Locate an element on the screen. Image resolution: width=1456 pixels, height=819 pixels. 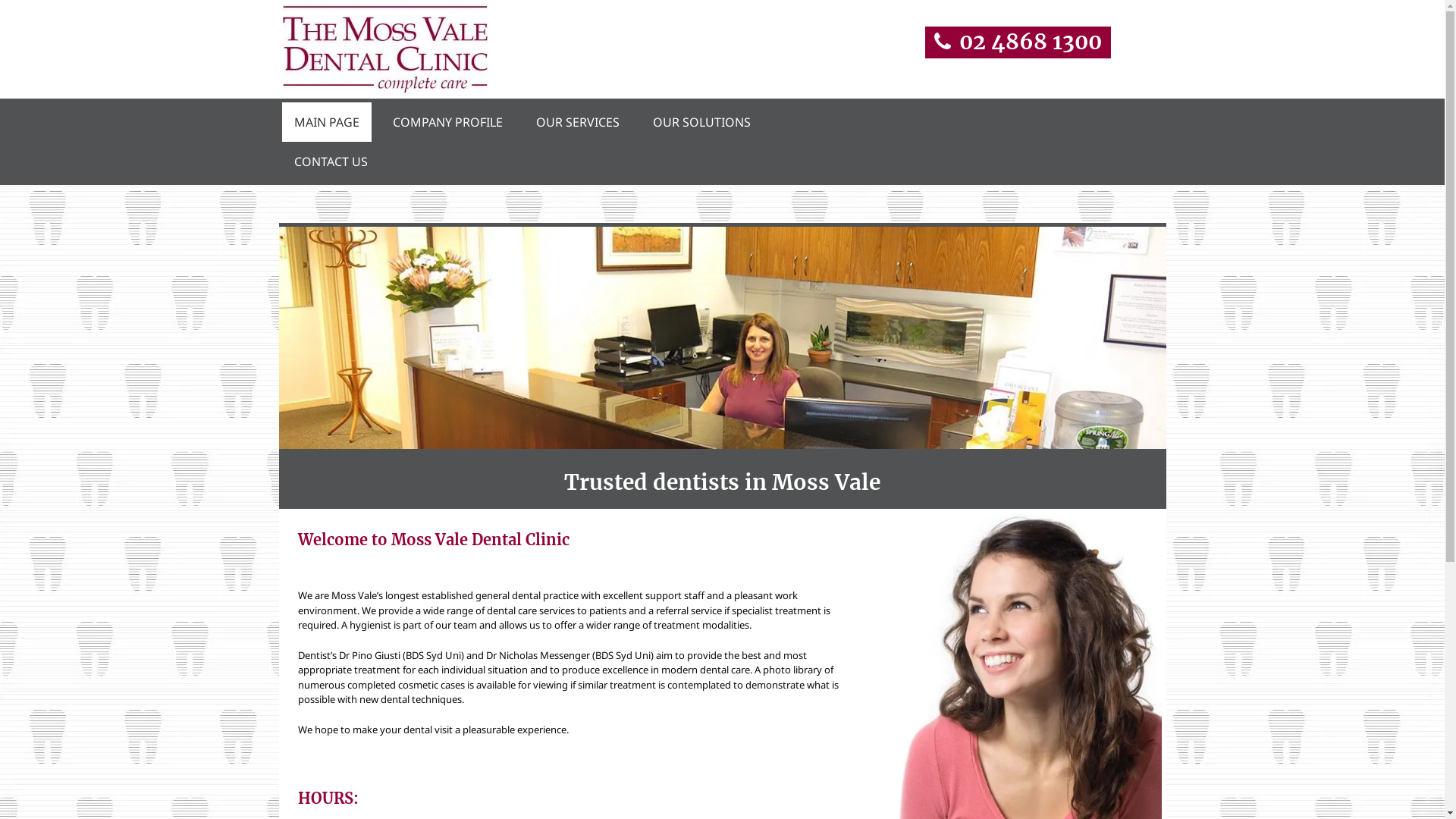
'OUR SOLUTIONS' is located at coordinates (700, 121).